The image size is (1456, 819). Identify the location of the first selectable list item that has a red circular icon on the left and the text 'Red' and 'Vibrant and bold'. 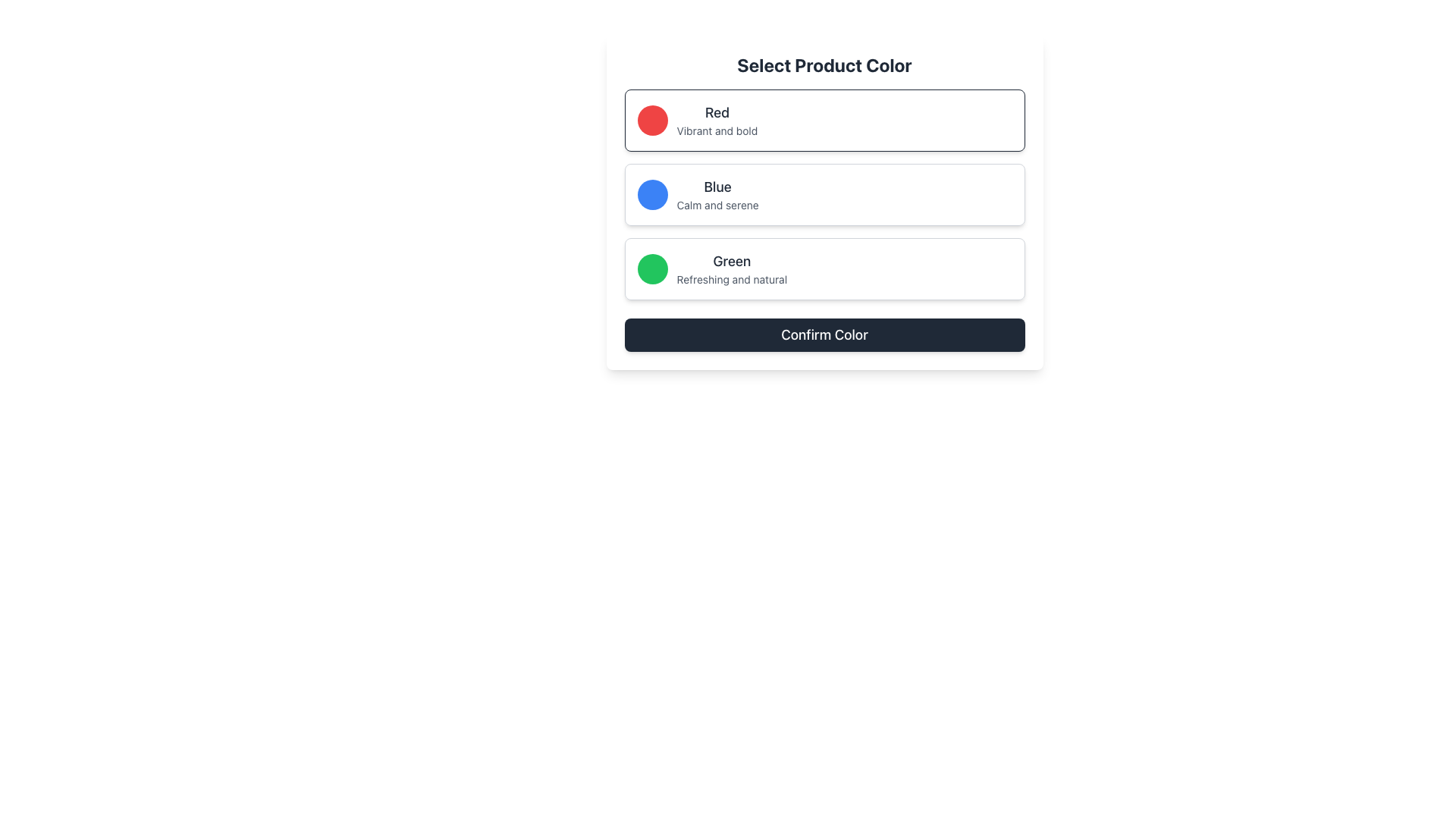
(824, 119).